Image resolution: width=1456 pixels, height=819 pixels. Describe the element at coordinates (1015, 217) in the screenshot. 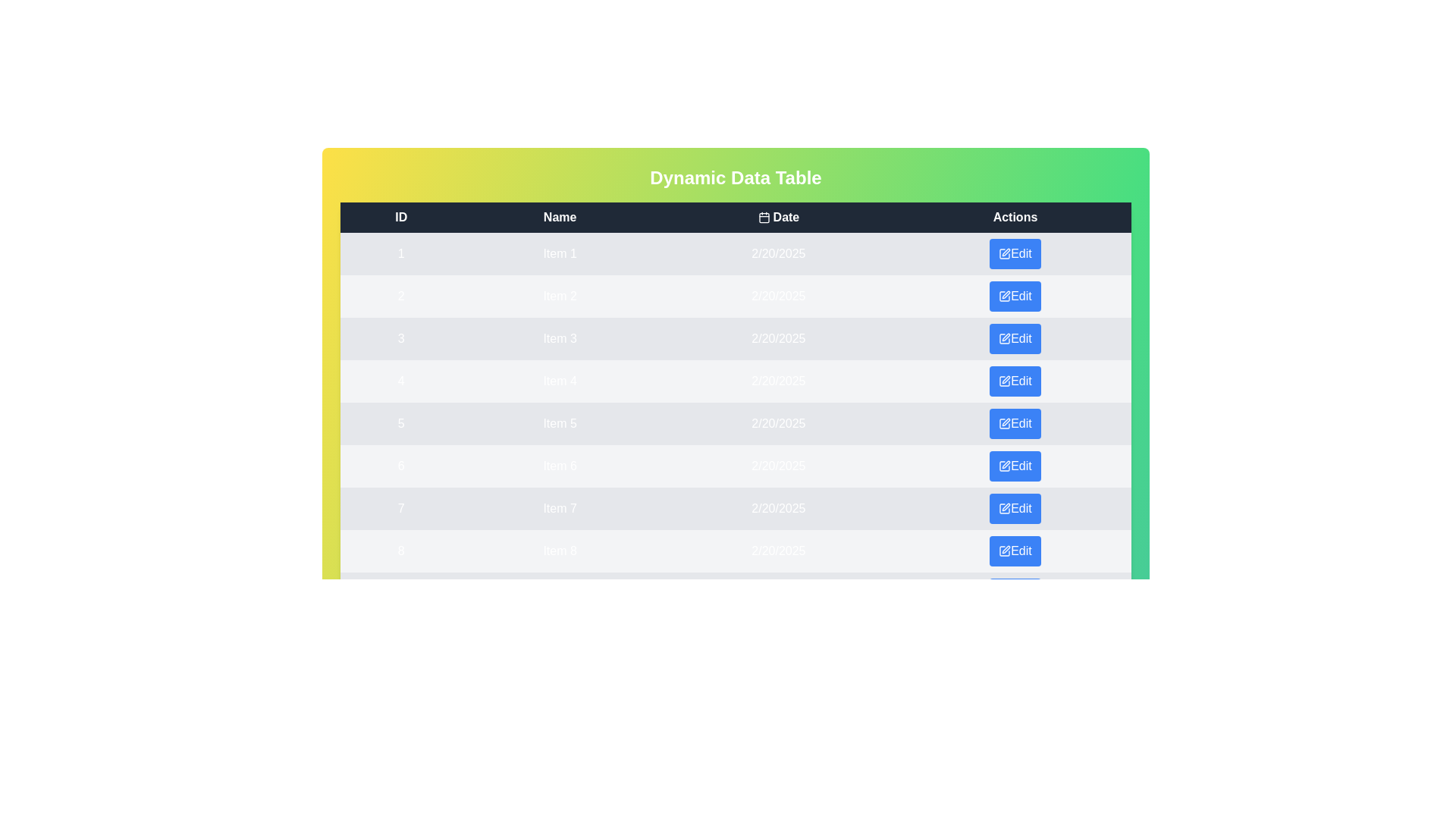

I see `the header to sort the column by Actions` at that location.